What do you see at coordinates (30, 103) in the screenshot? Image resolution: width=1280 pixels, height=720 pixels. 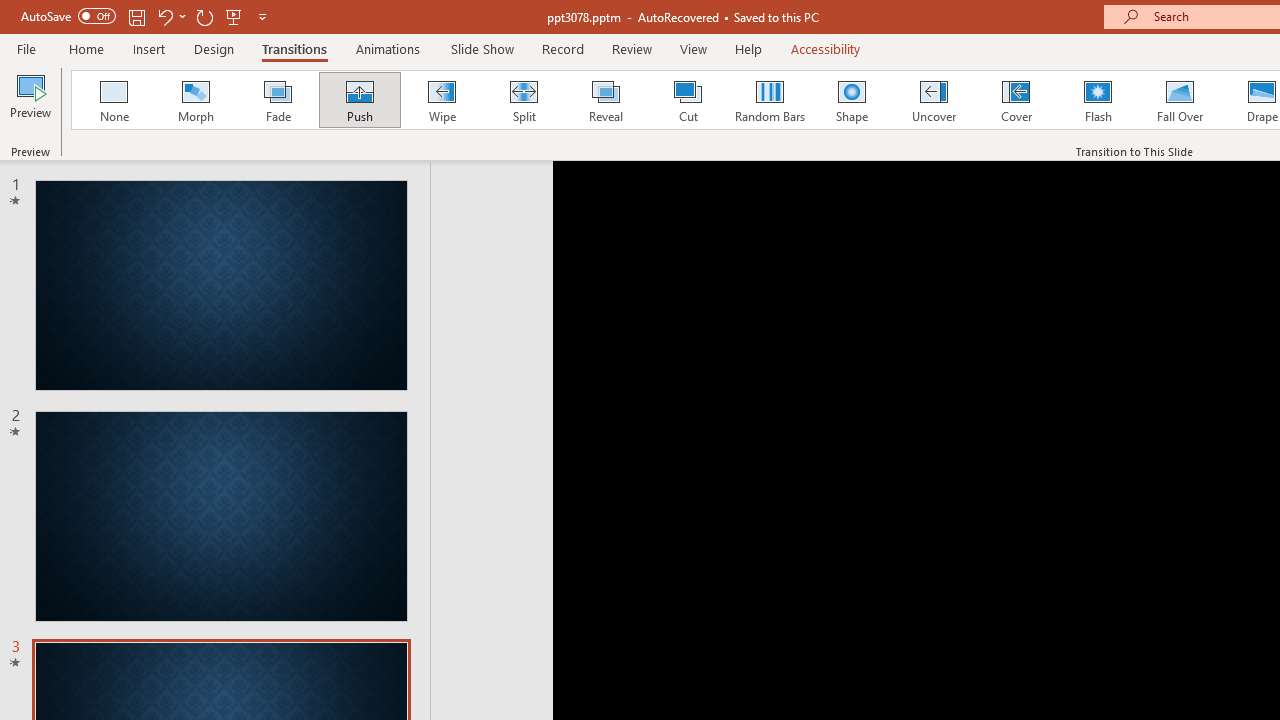 I see `'Preview'` at bounding box center [30, 103].